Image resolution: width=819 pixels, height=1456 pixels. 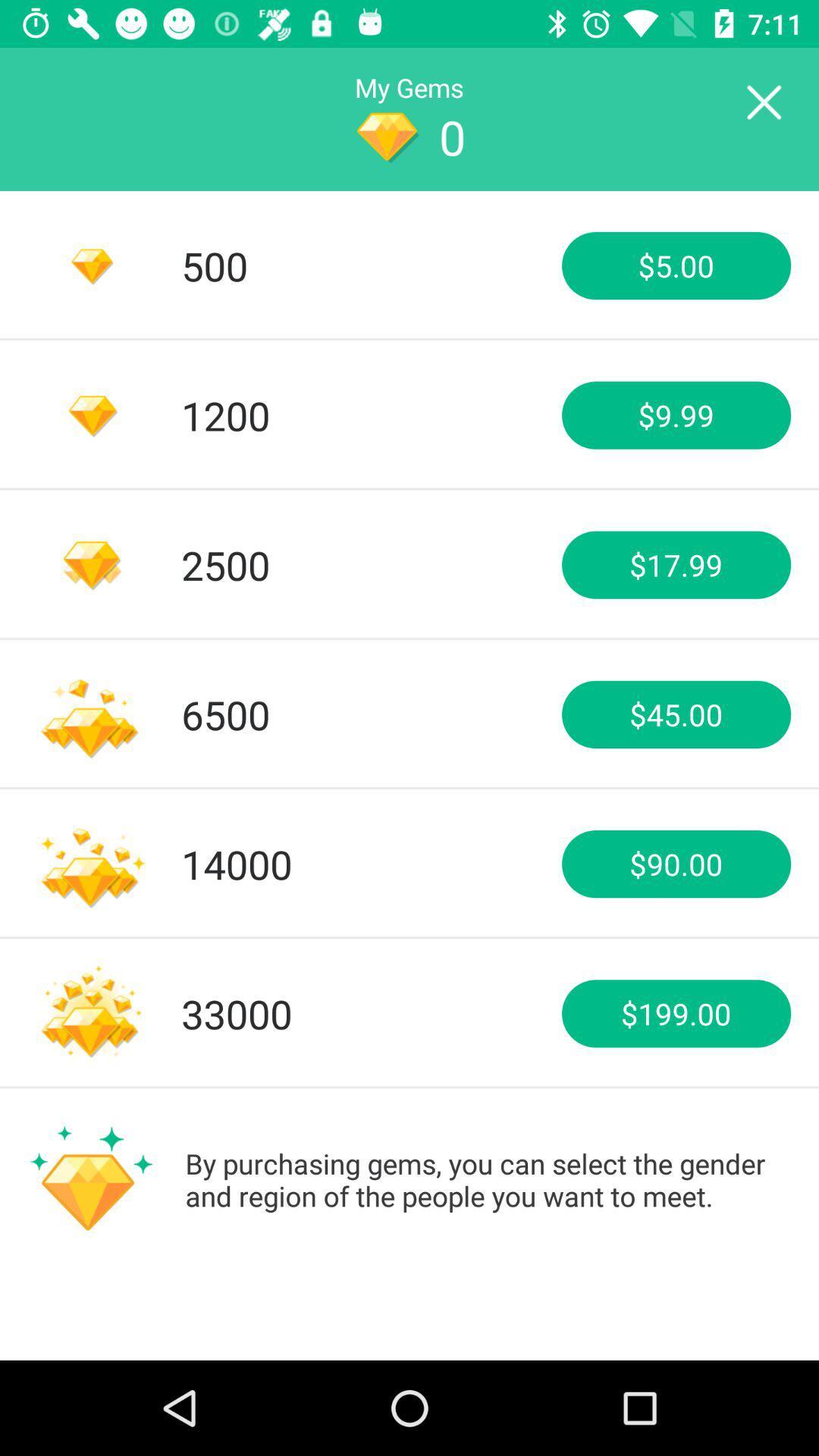 I want to click on the diamond icon at left side of number 500, so click(x=91, y=265).